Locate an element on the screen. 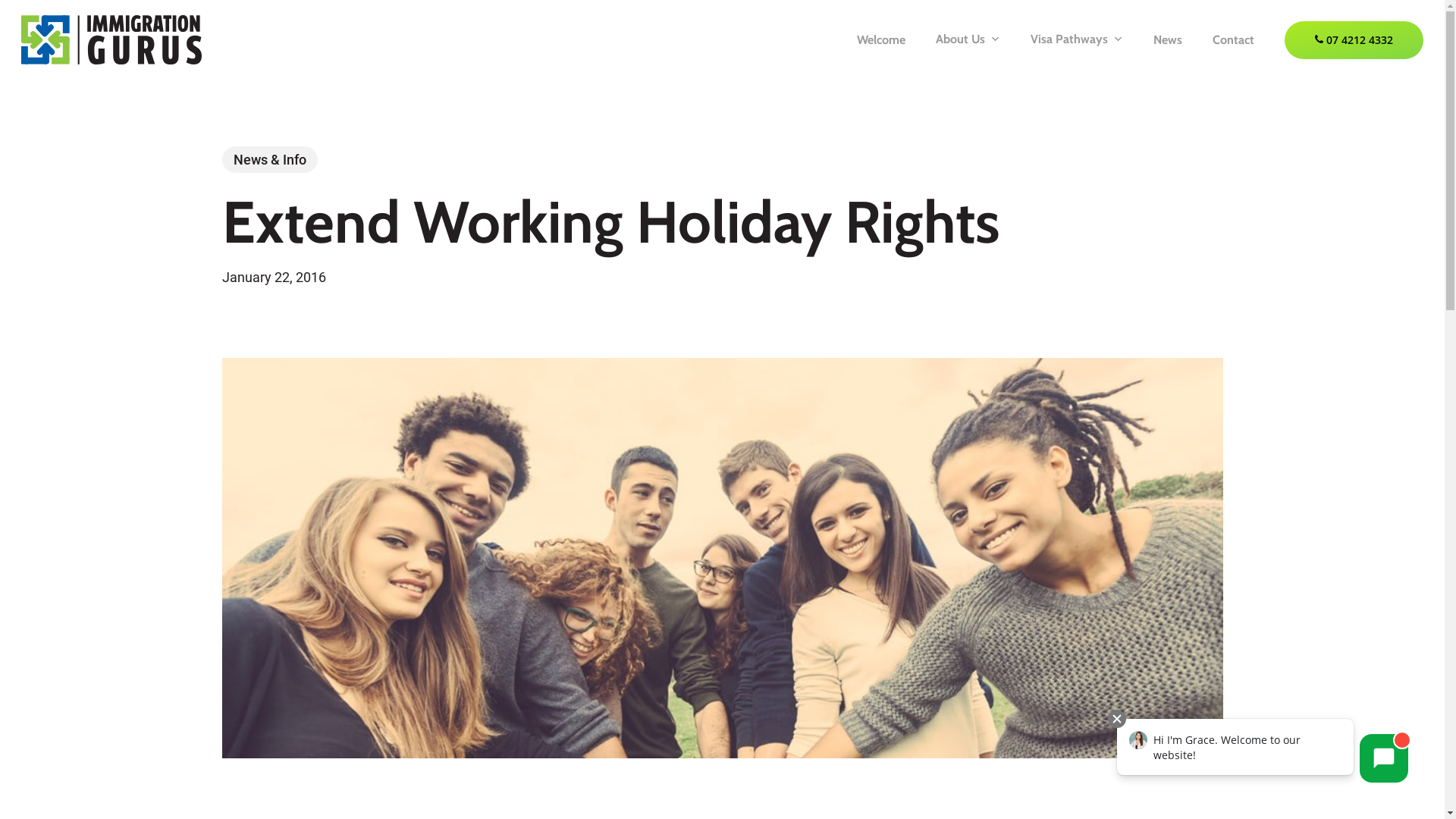  'Welcome' is located at coordinates (880, 38).